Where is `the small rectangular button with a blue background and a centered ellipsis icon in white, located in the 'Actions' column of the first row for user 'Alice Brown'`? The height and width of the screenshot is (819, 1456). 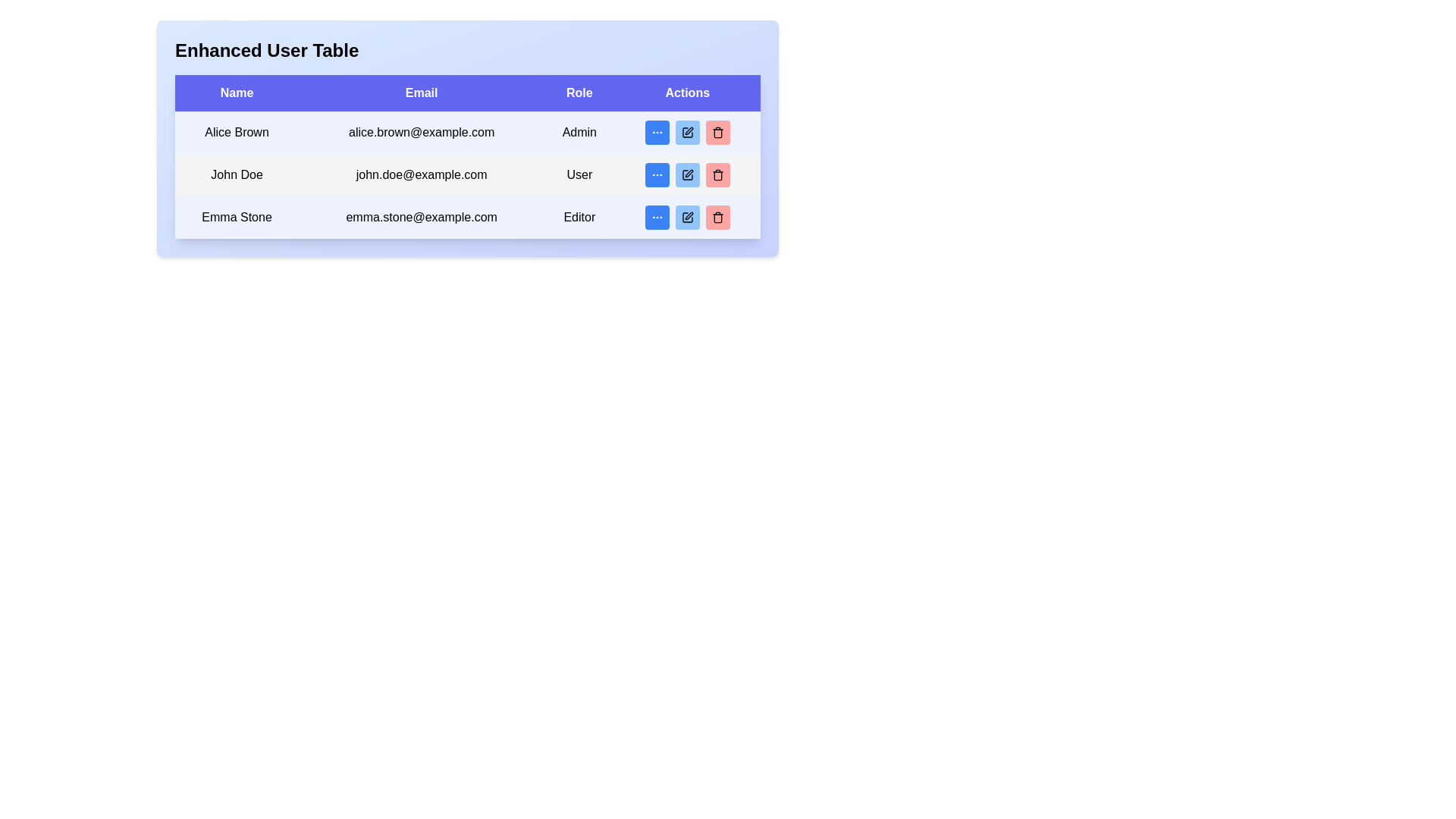
the small rectangular button with a blue background and a centered ellipsis icon in white, located in the 'Actions' column of the first row for user 'Alice Brown' is located at coordinates (657, 131).